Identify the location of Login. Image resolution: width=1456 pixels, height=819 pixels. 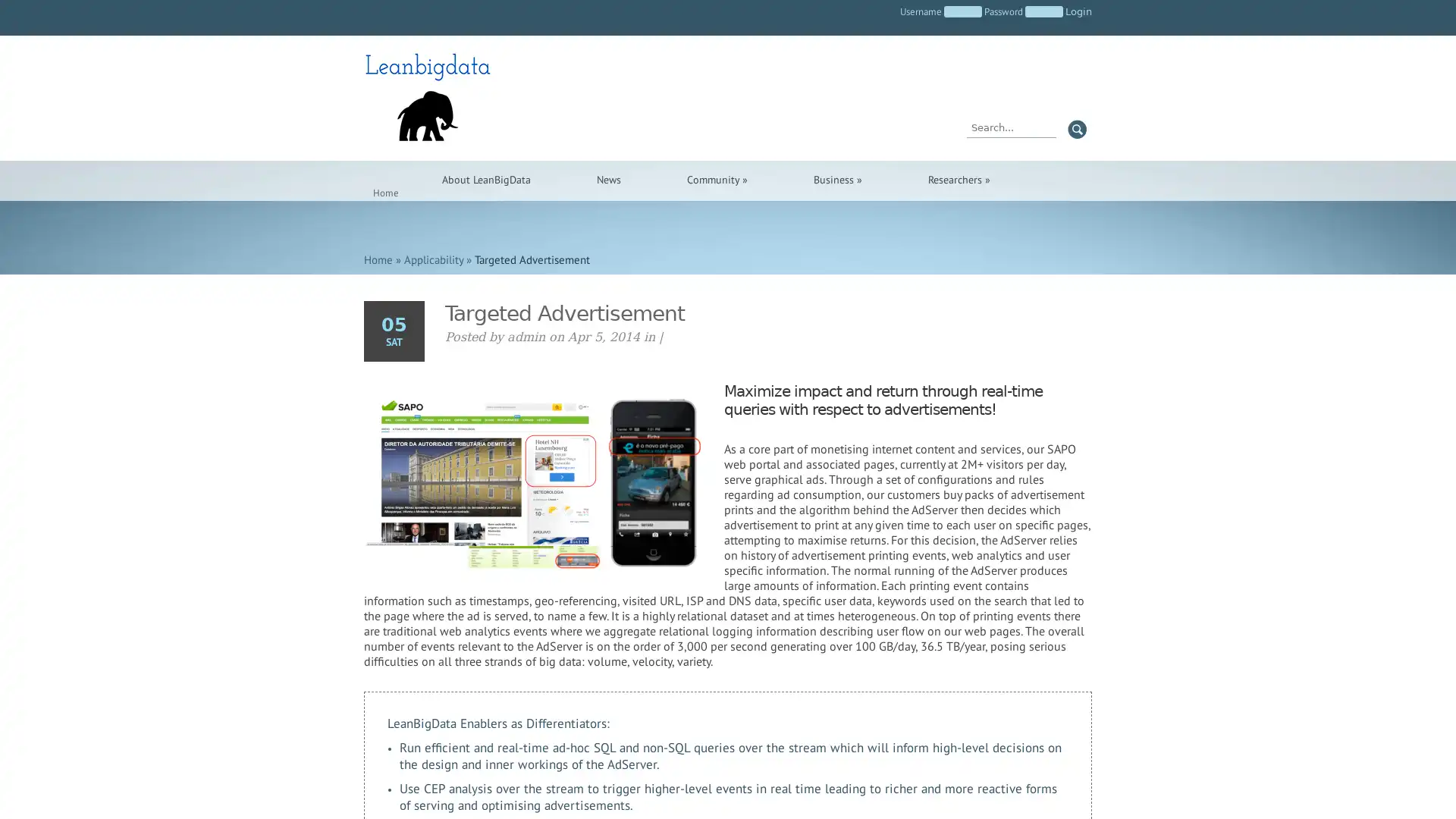
(1078, 11).